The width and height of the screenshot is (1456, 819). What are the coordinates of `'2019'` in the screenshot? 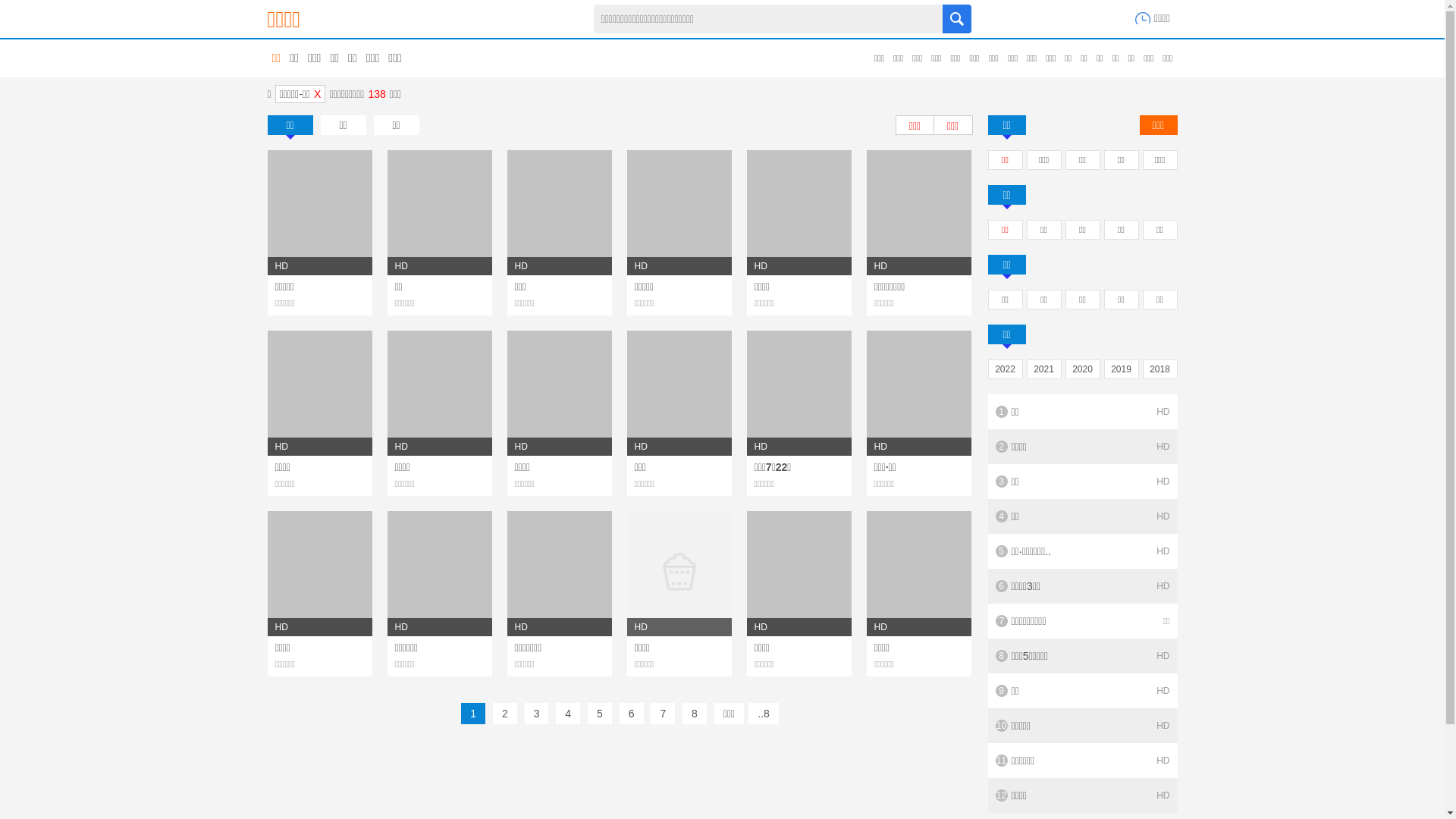 It's located at (1103, 369).